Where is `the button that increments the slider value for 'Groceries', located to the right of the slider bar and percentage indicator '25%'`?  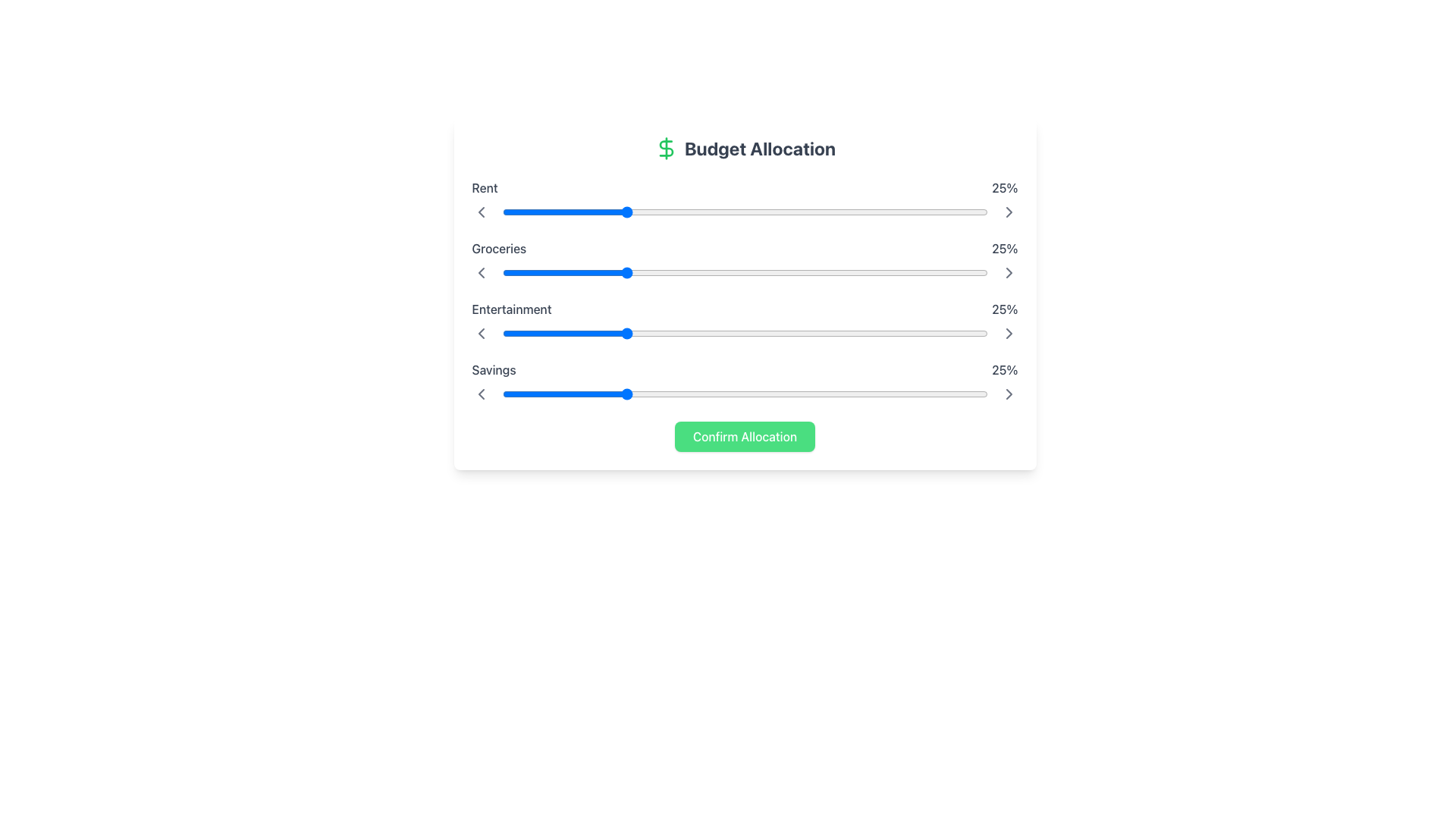
the button that increments the slider value for 'Groceries', located to the right of the slider bar and percentage indicator '25%' is located at coordinates (1009, 271).